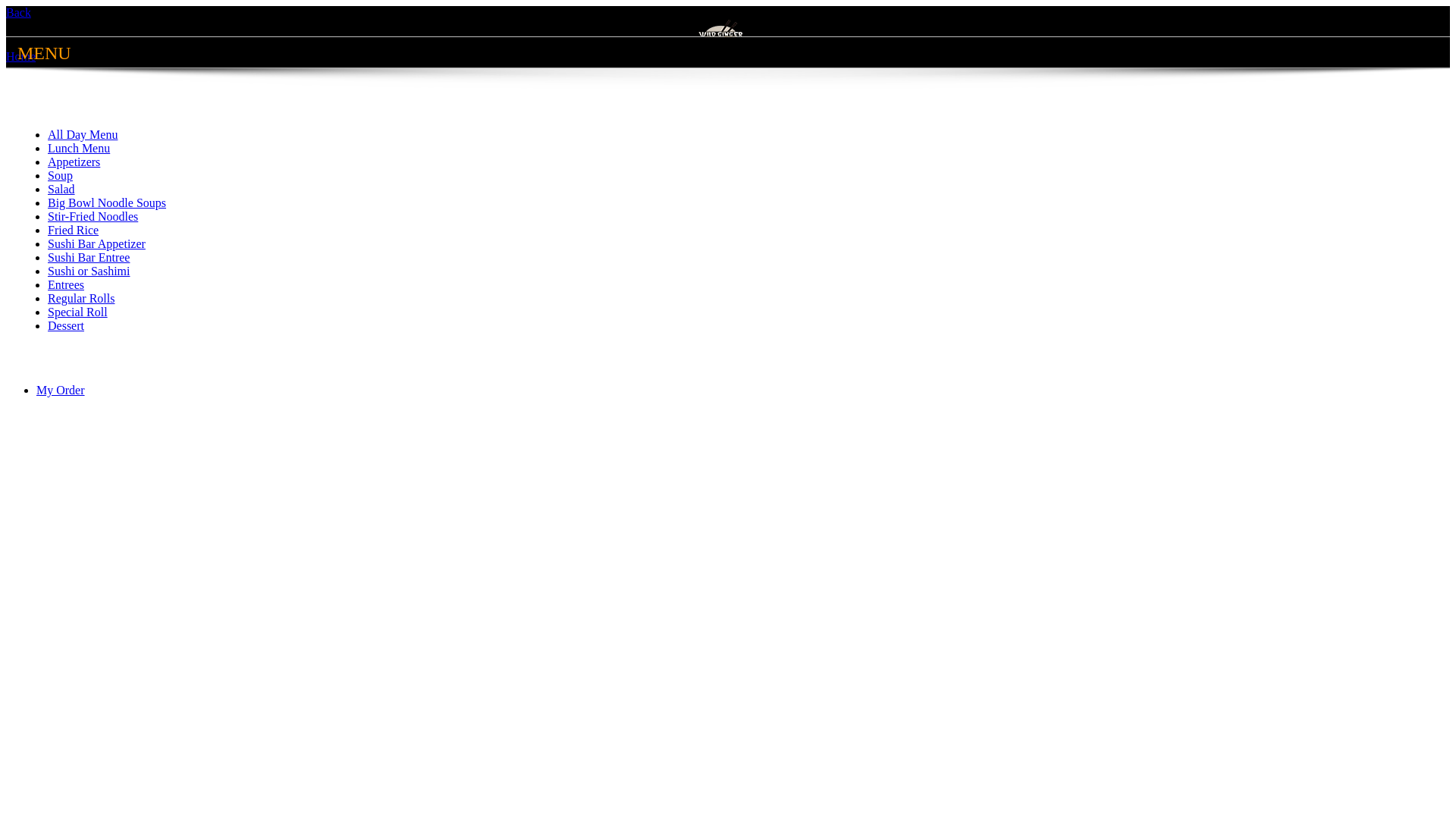 This screenshot has width=1456, height=819. What do you see at coordinates (18, 12) in the screenshot?
I see `'Back'` at bounding box center [18, 12].